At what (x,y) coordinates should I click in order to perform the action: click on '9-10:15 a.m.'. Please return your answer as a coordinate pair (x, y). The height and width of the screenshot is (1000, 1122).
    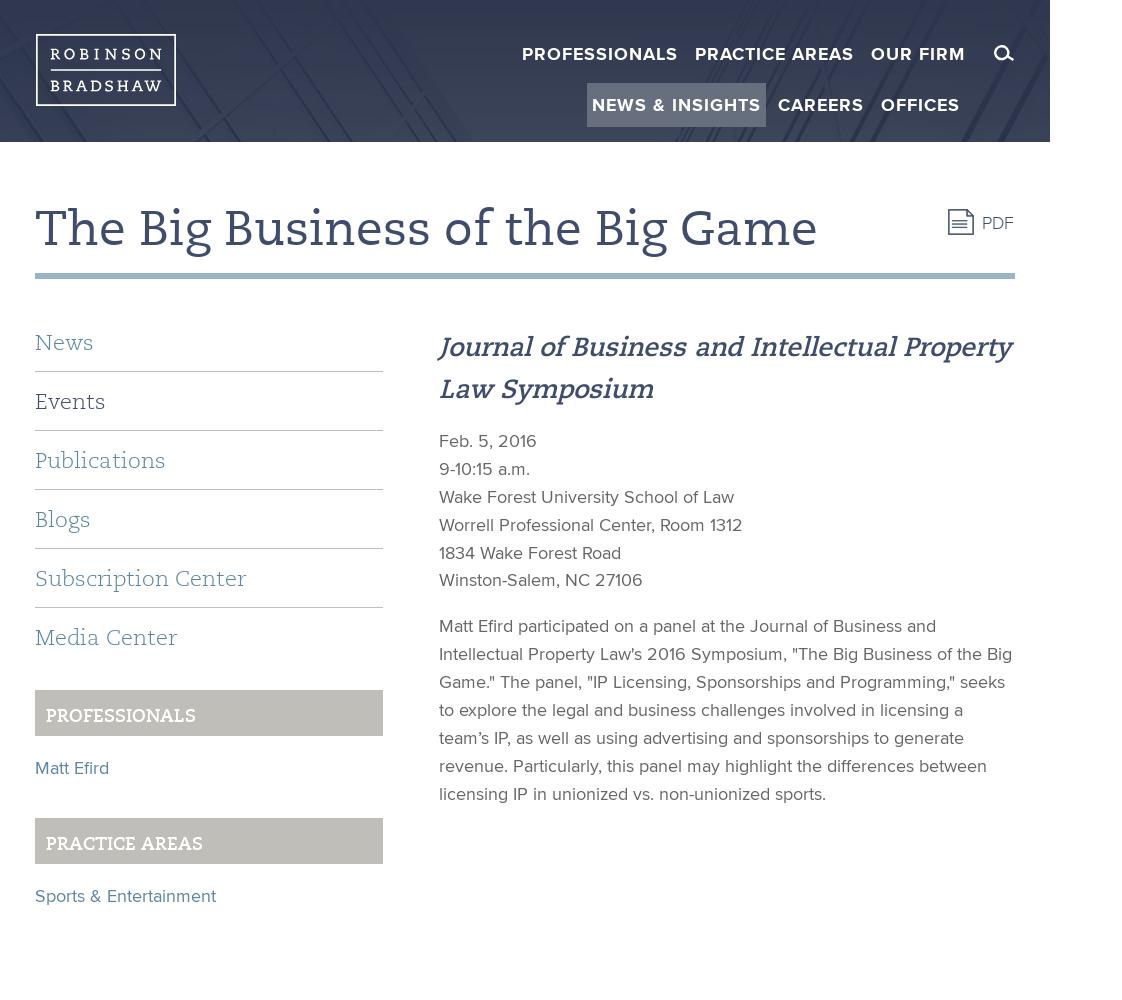
    Looking at the image, I should click on (484, 466).